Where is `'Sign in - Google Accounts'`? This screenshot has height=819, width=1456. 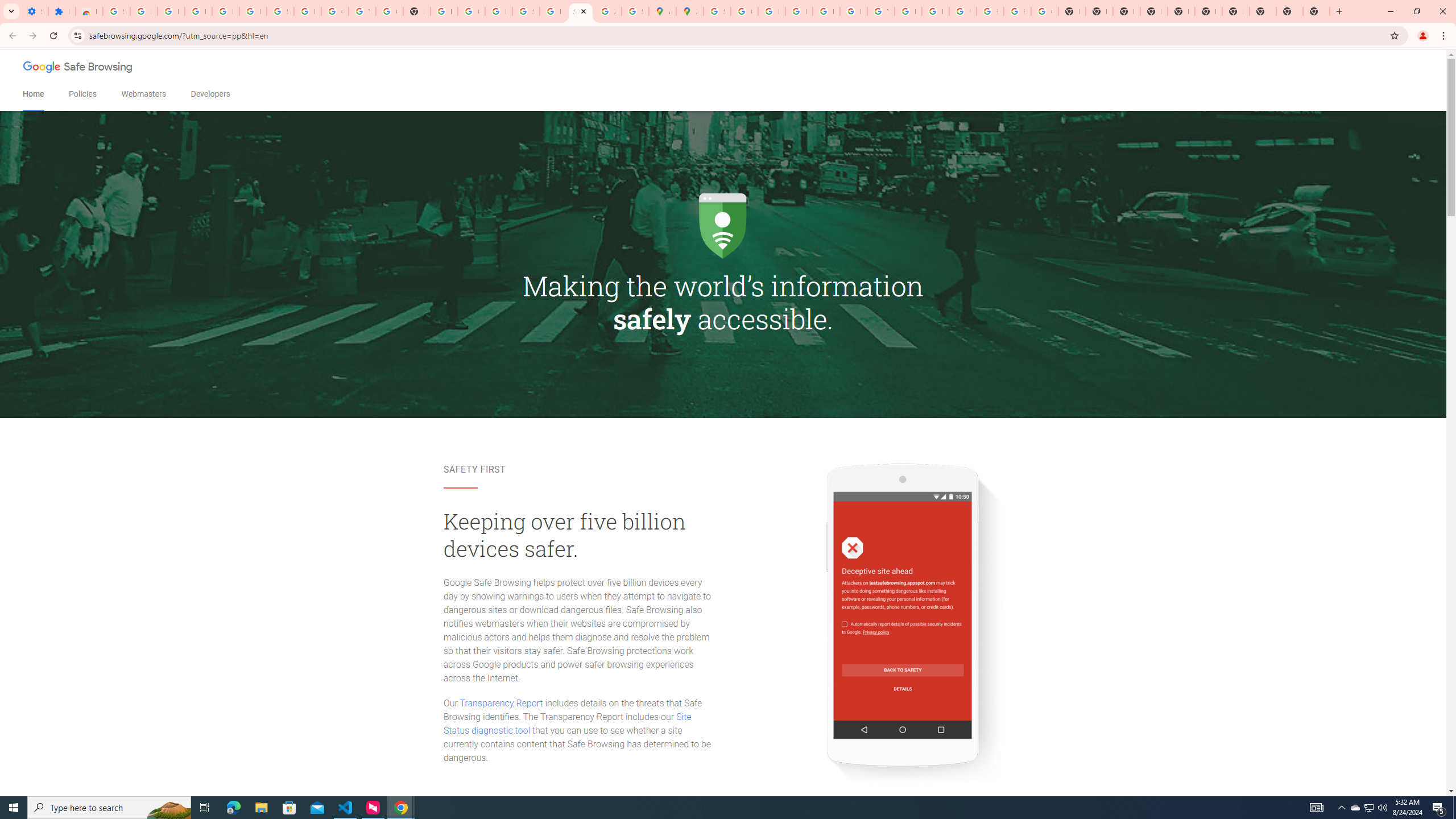 'Sign in - Google Accounts' is located at coordinates (115, 11).